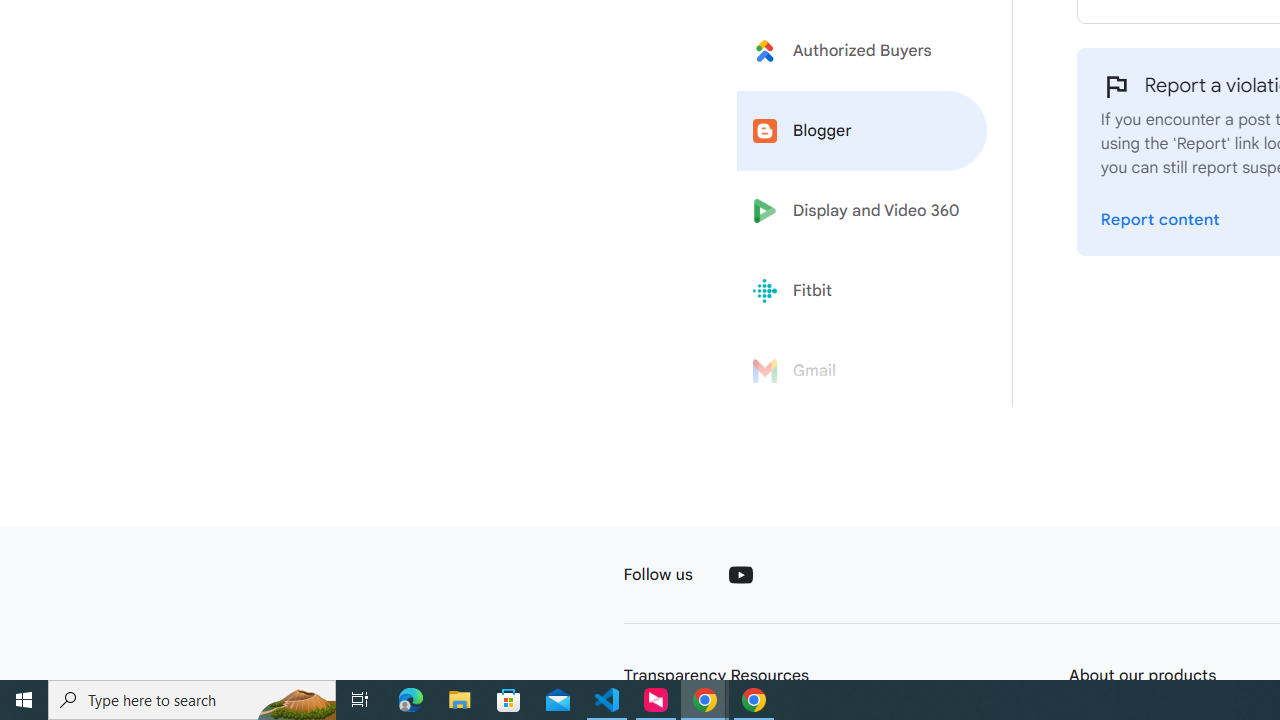 This screenshot has height=720, width=1280. I want to click on 'Fitbit', so click(862, 291).